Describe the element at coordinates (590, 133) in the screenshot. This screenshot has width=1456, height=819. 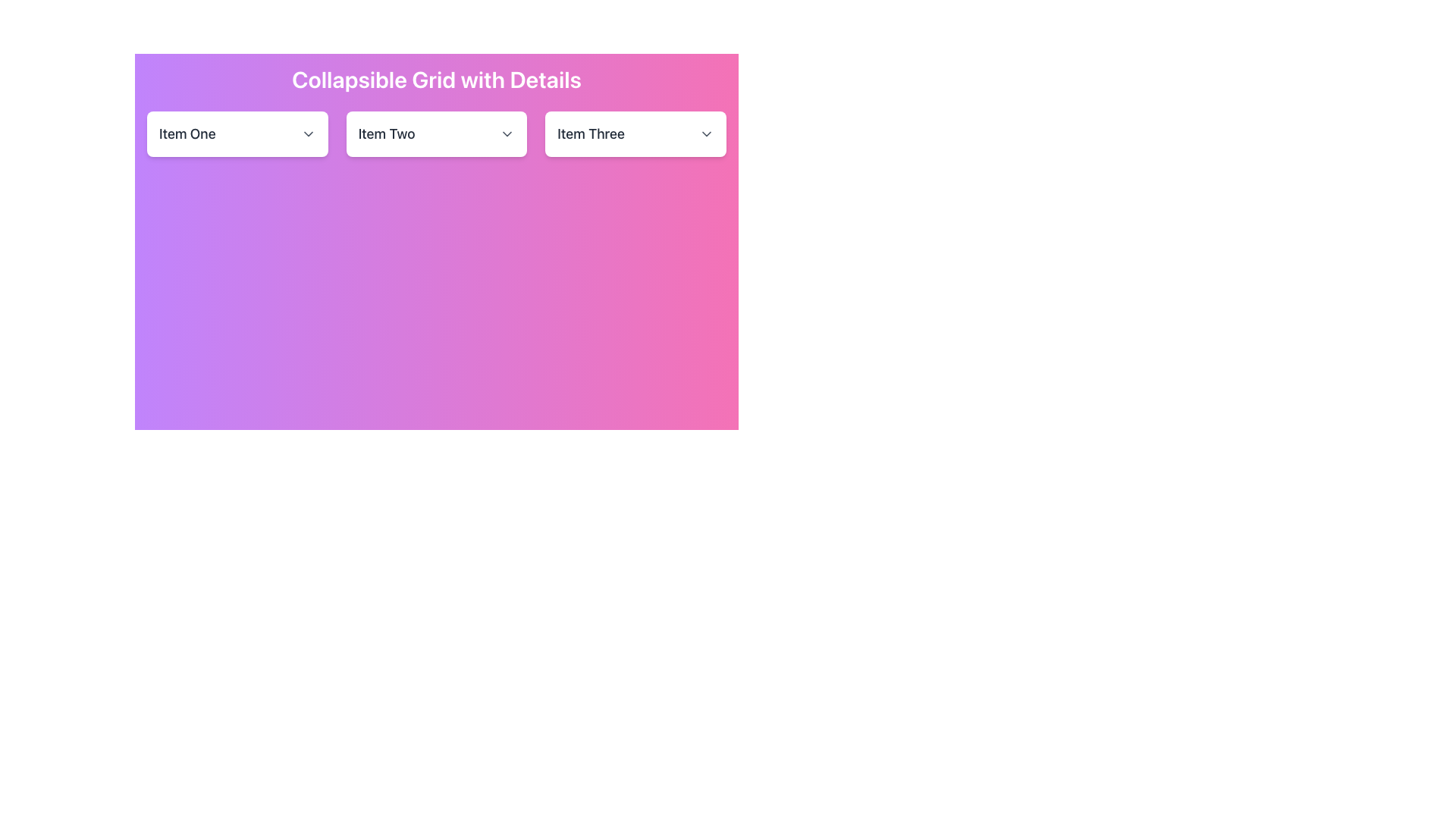
I see `the dropdown associated with the text label 'Item Three', which is styled in bold dark gray on a gradient pink to purple background, located in the third group on the top right side of the interface` at that location.